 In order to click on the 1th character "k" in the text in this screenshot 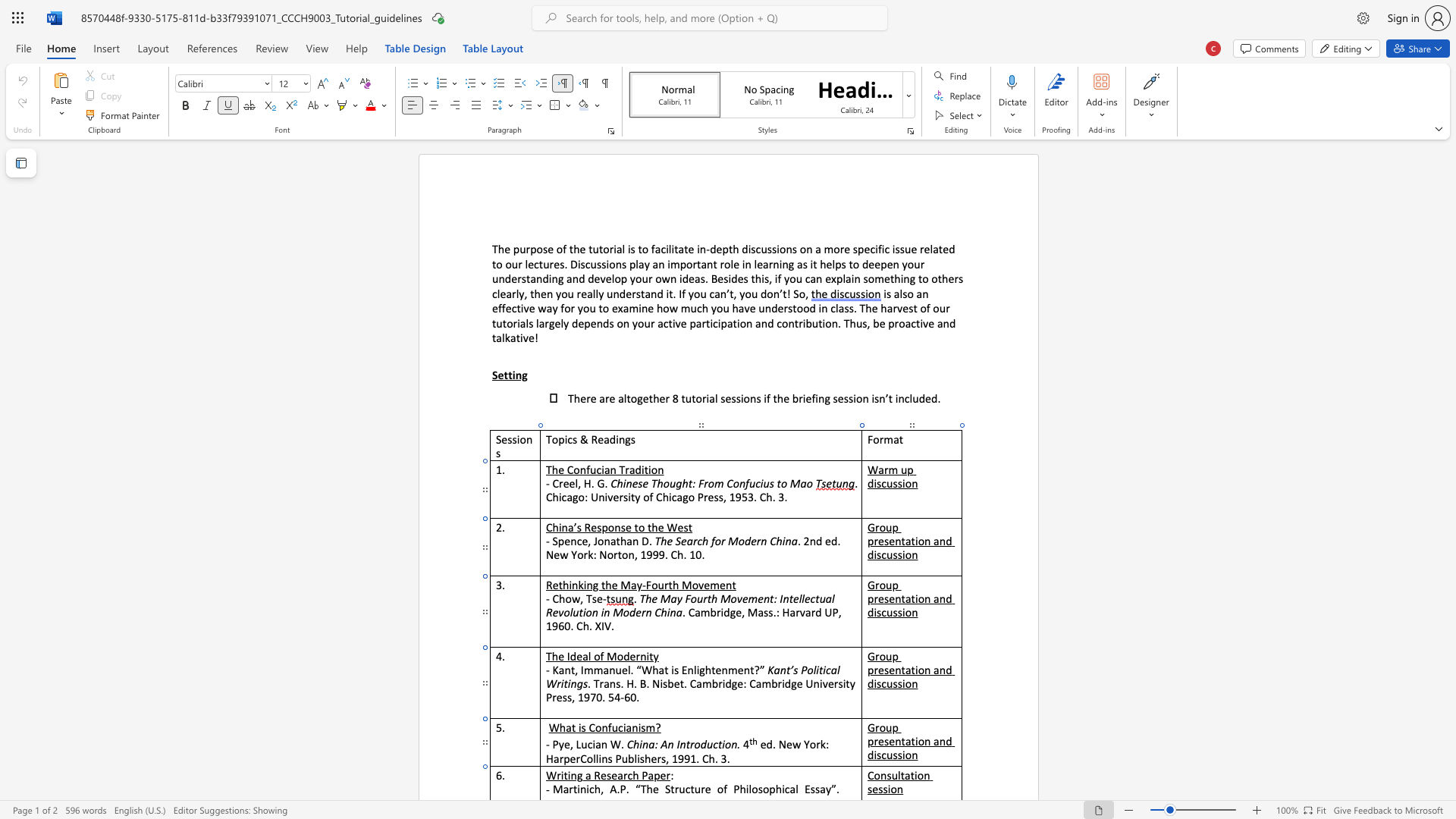, I will do `click(822, 743)`.